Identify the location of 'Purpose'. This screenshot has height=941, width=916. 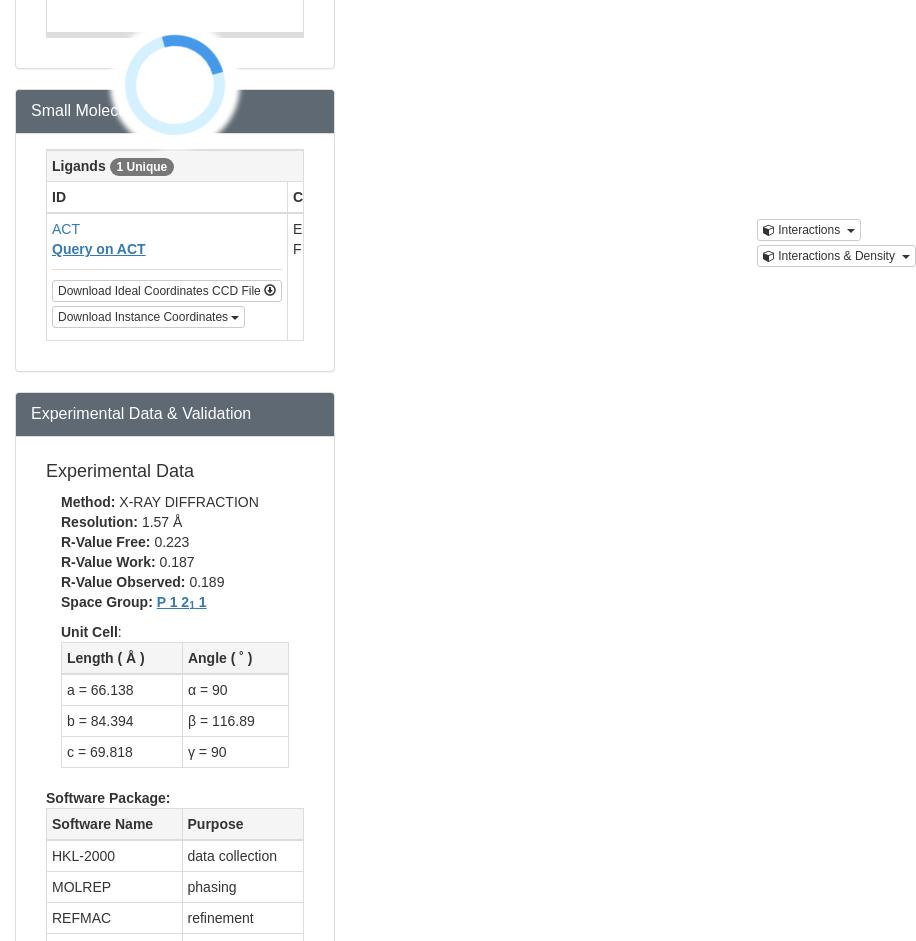
(213, 821).